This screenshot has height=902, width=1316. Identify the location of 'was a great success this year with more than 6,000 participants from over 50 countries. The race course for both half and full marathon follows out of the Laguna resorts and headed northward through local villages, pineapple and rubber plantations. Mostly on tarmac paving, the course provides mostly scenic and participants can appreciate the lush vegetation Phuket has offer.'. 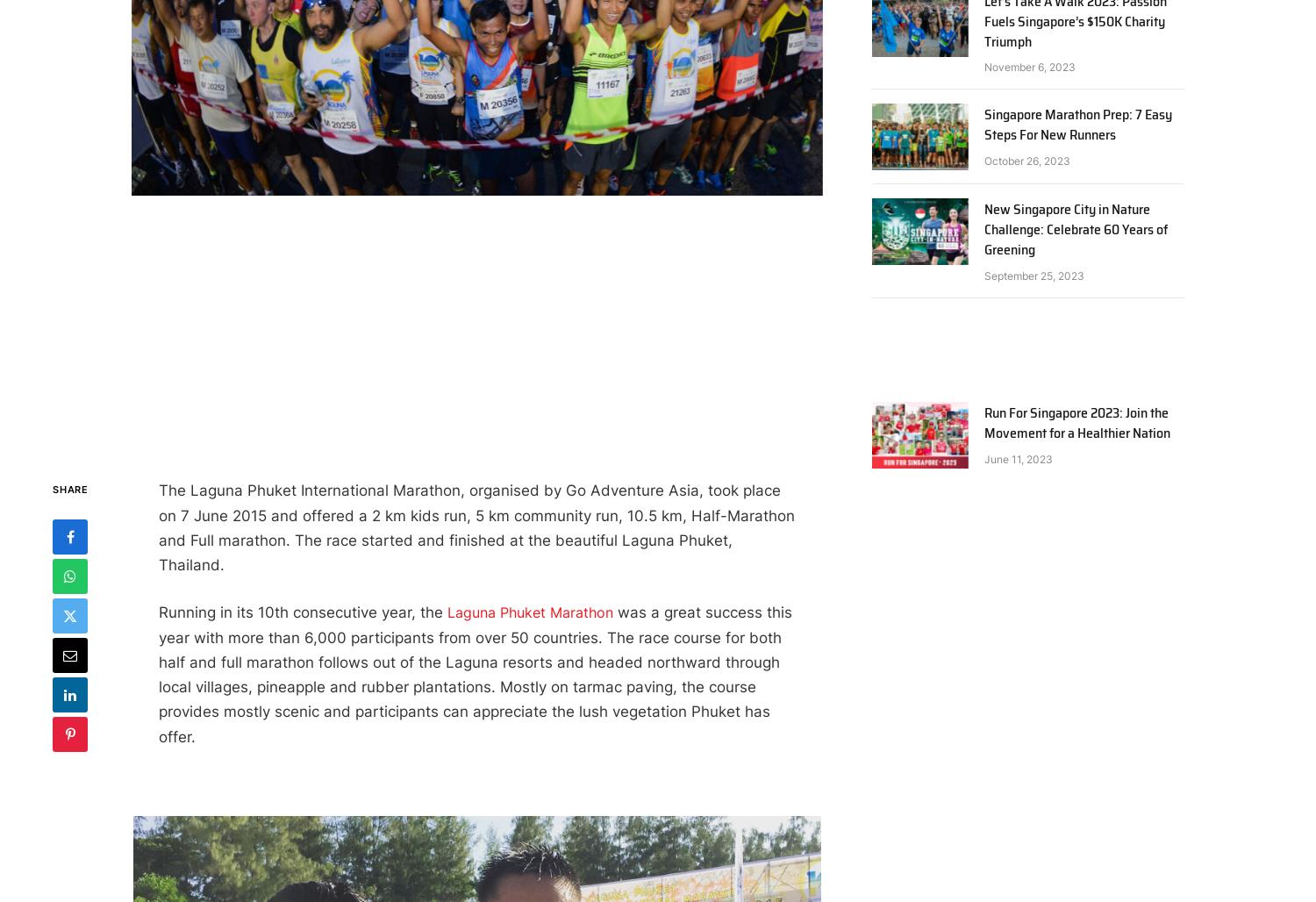
(475, 673).